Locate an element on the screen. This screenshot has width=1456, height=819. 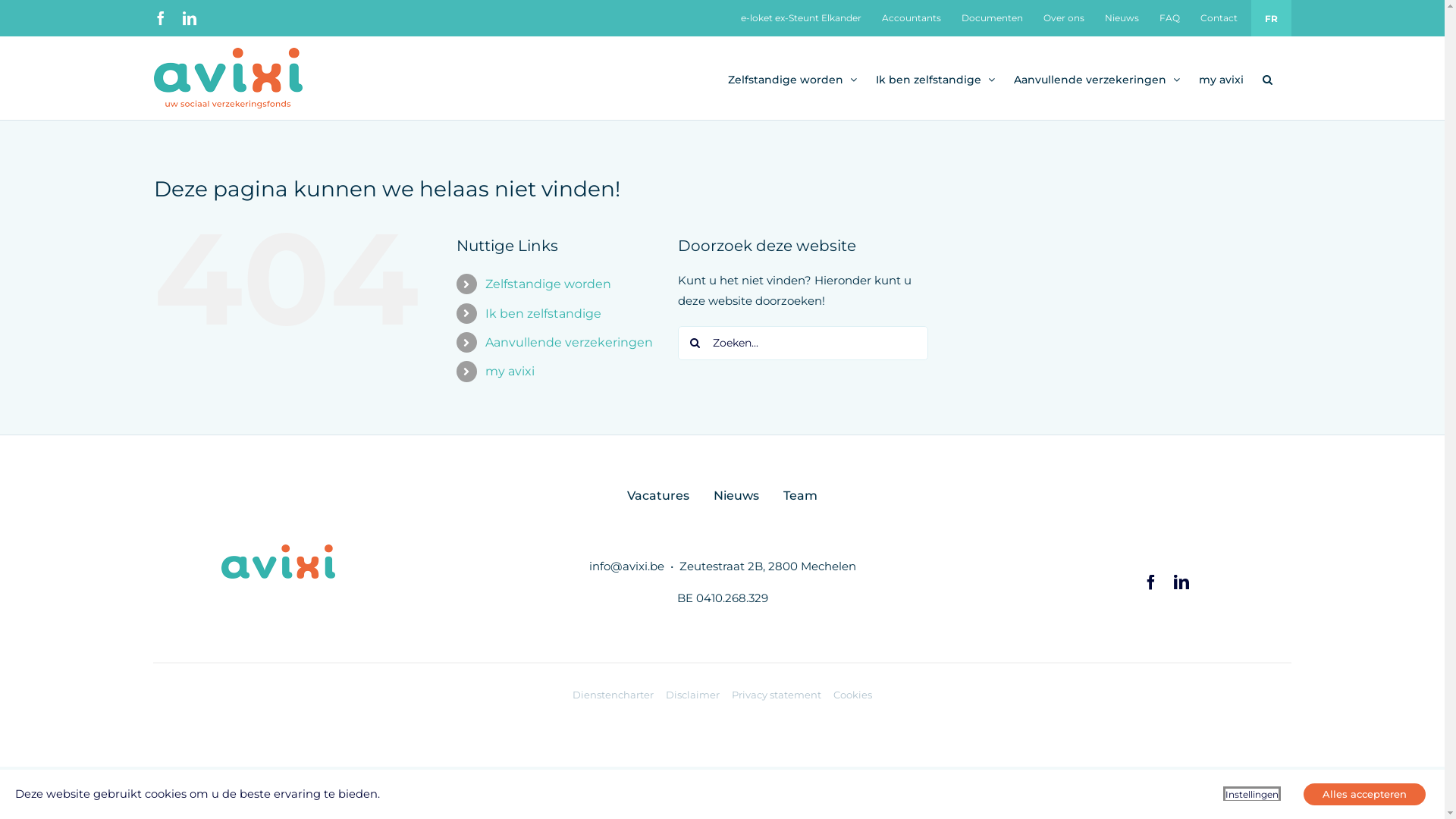
'Privacy statement' is located at coordinates (776, 695).